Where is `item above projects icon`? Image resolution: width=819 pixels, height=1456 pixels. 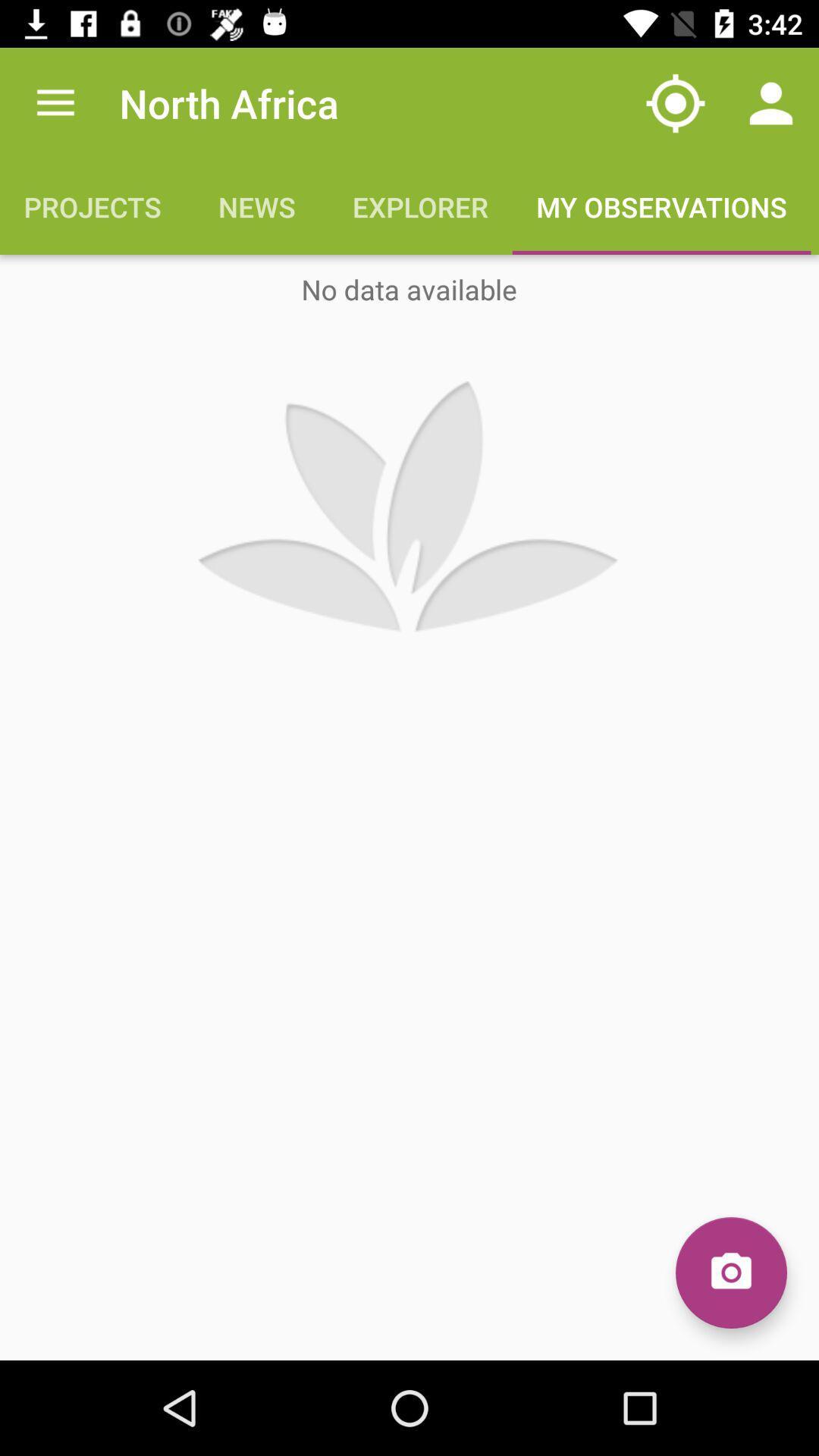 item above projects icon is located at coordinates (55, 102).